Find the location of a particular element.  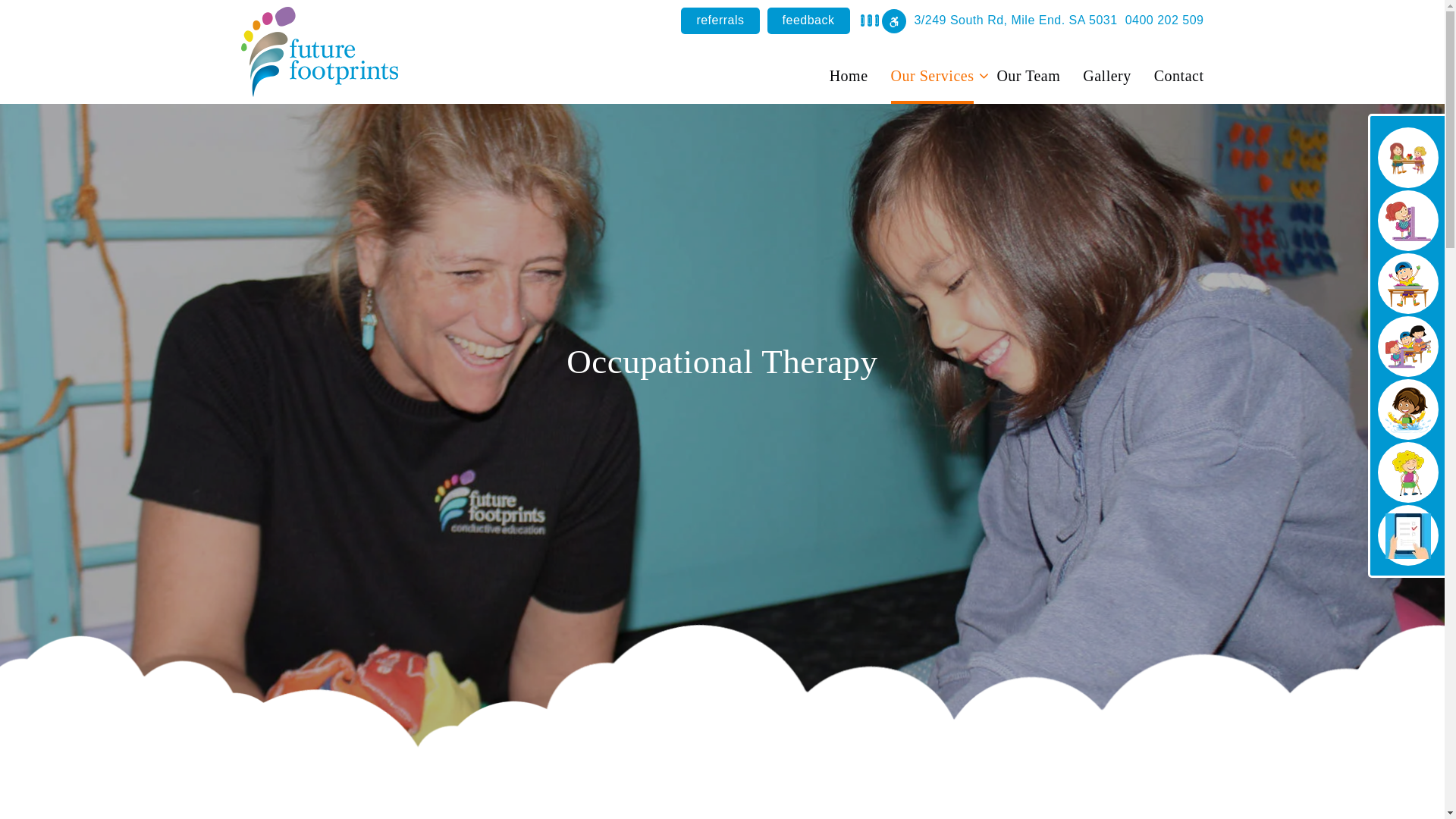

'referrals' is located at coordinates (719, 20).